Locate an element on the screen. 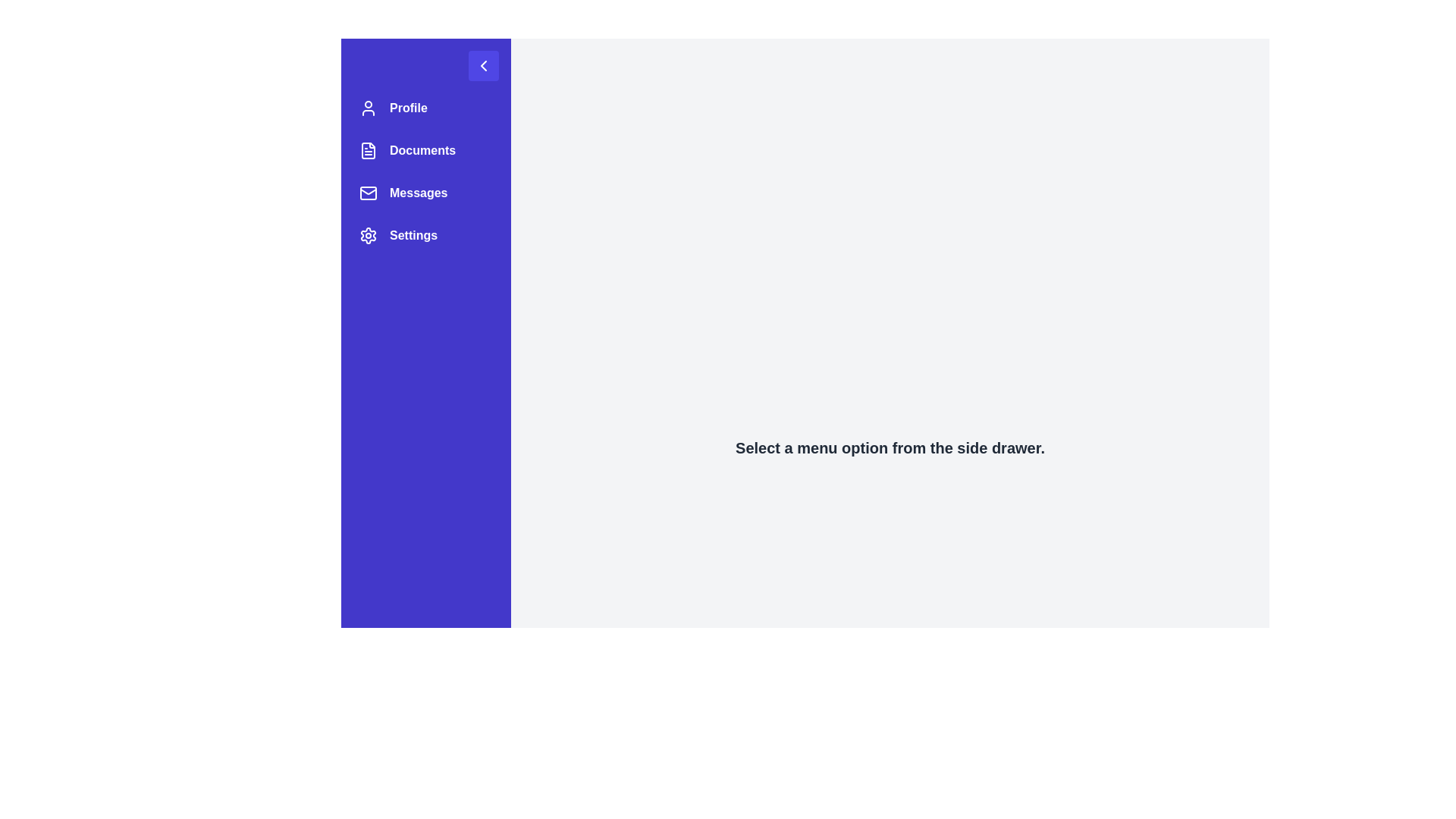 Image resolution: width=1456 pixels, height=819 pixels. the square button with a purple background and a white leftward pointing arrow icon at the top-right corner of the vertical navigation bar is located at coordinates (483, 65).